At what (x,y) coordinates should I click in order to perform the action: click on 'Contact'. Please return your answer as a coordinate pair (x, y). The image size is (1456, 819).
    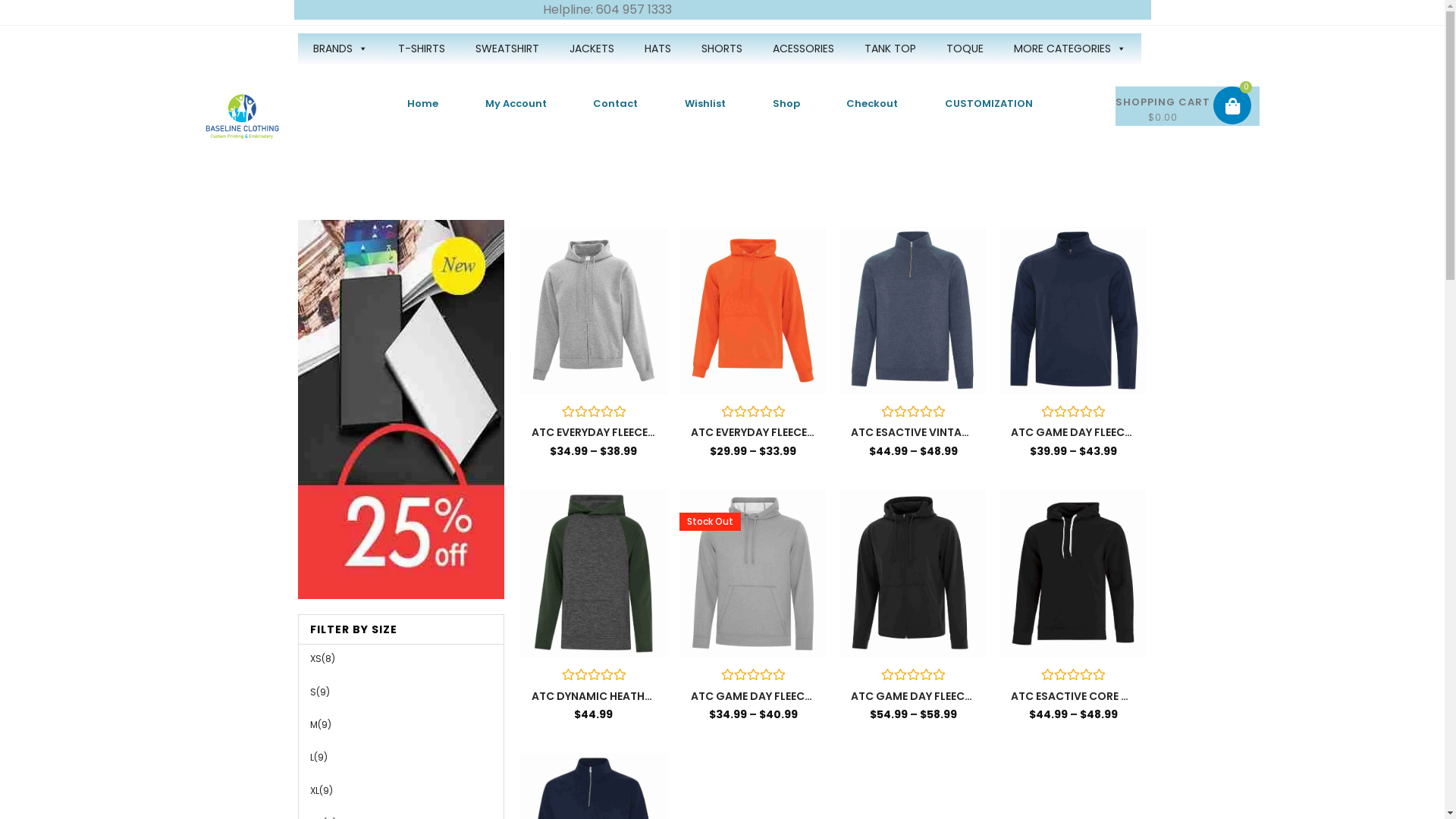
    Looking at the image, I should click on (616, 103).